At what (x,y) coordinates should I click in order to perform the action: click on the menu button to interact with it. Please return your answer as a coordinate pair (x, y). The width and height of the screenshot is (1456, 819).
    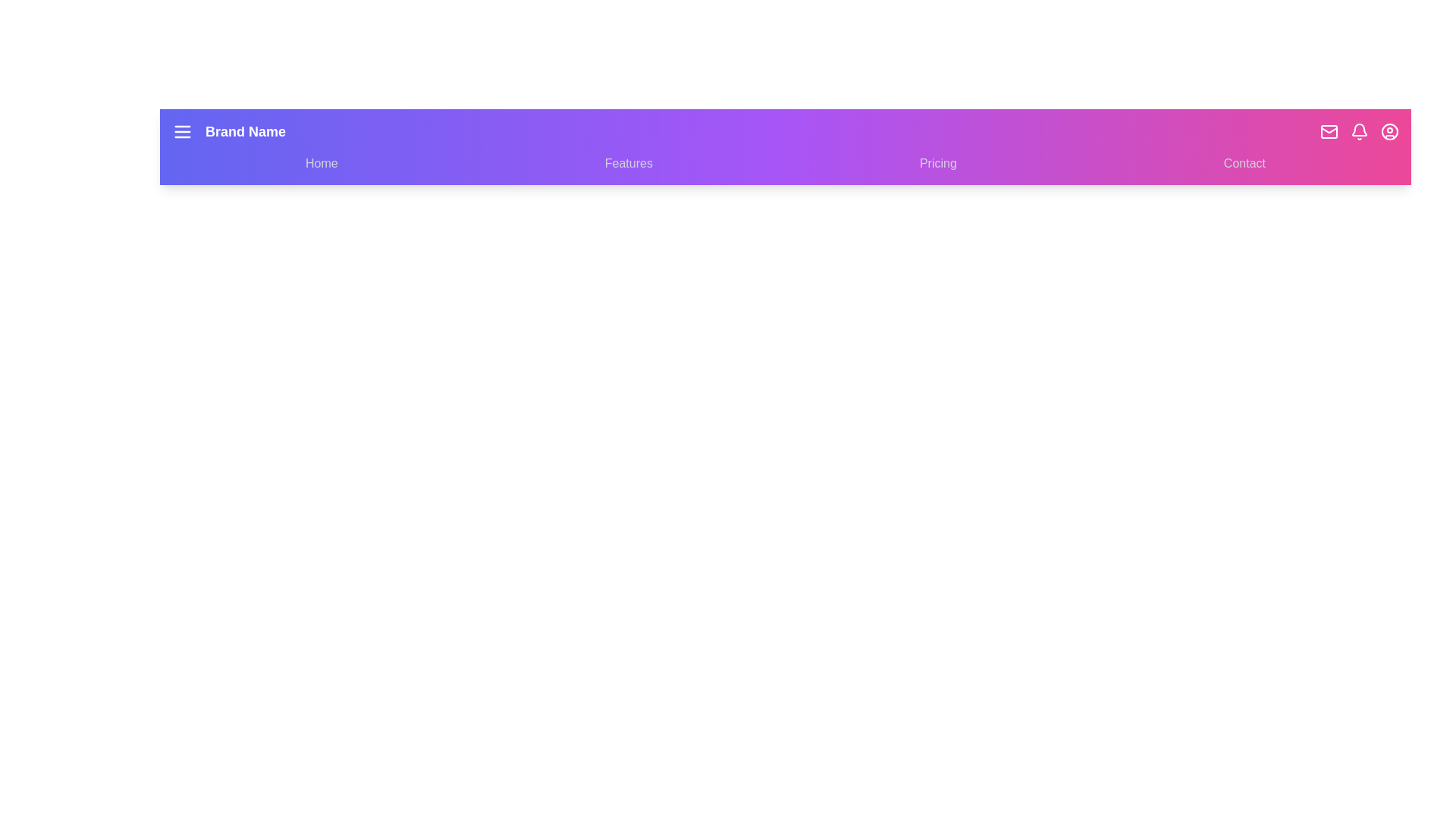
    Looking at the image, I should click on (182, 130).